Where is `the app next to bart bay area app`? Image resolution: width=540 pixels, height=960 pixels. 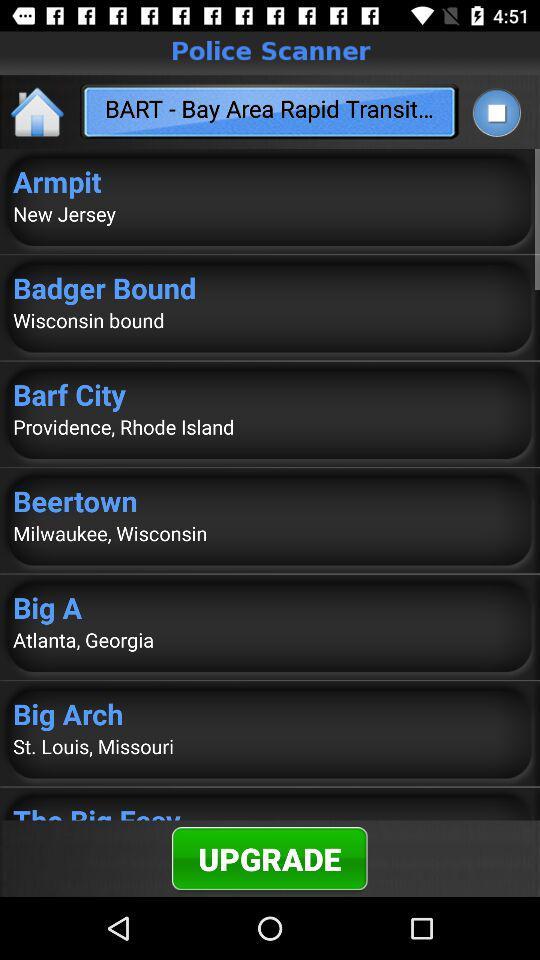
the app next to bart bay area app is located at coordinates (38, 111).